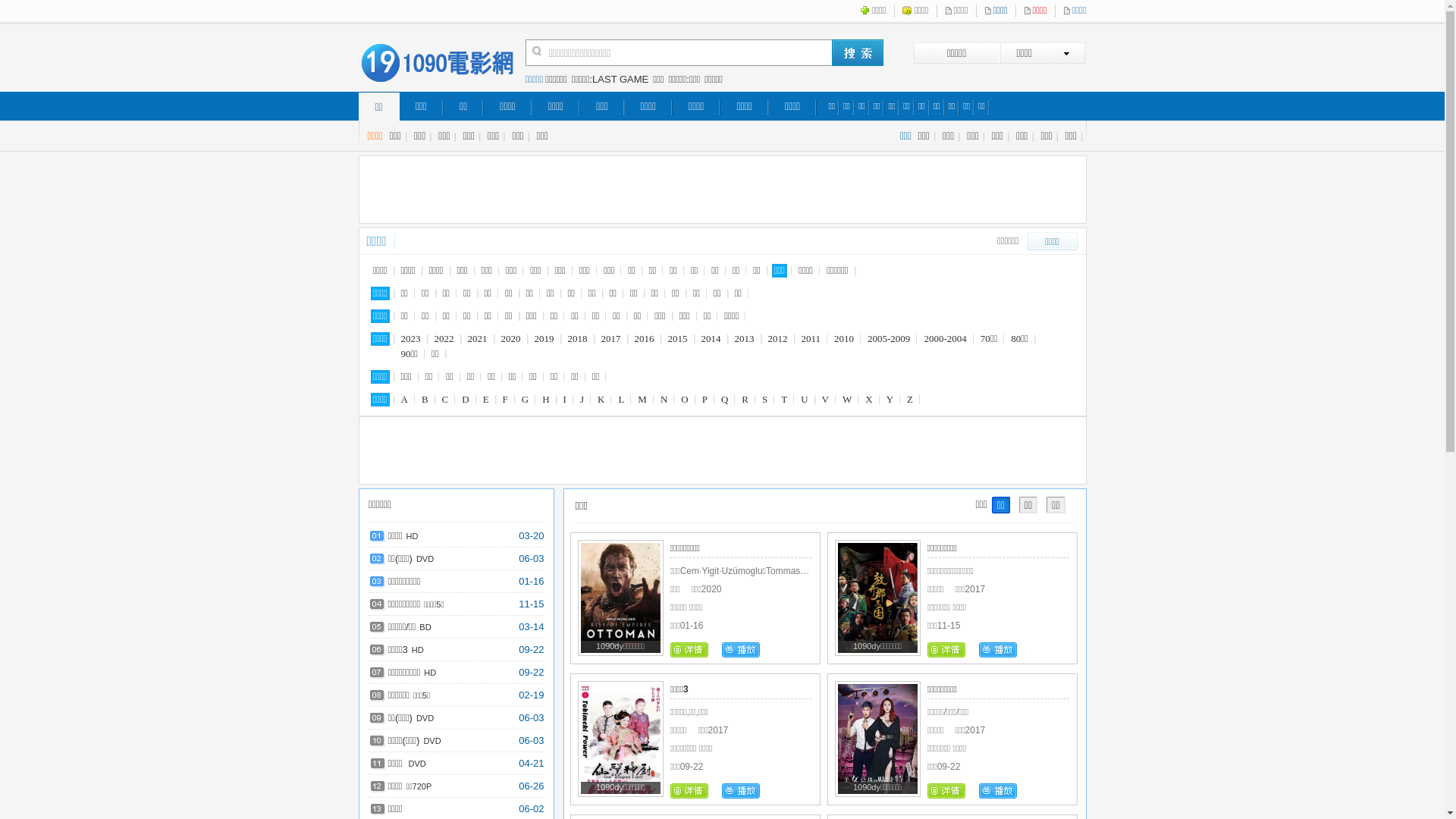 The image size is (1456, 819). I want to click on '2016', so click(632, 338).